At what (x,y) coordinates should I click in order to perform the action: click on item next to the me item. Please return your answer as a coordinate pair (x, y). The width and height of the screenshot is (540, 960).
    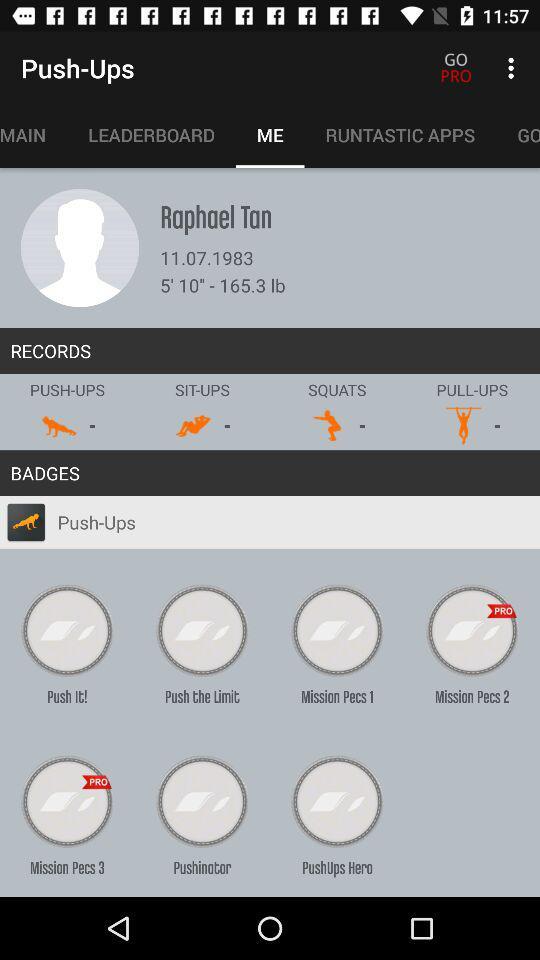
    Looking at the image, I should click on (400, 134).